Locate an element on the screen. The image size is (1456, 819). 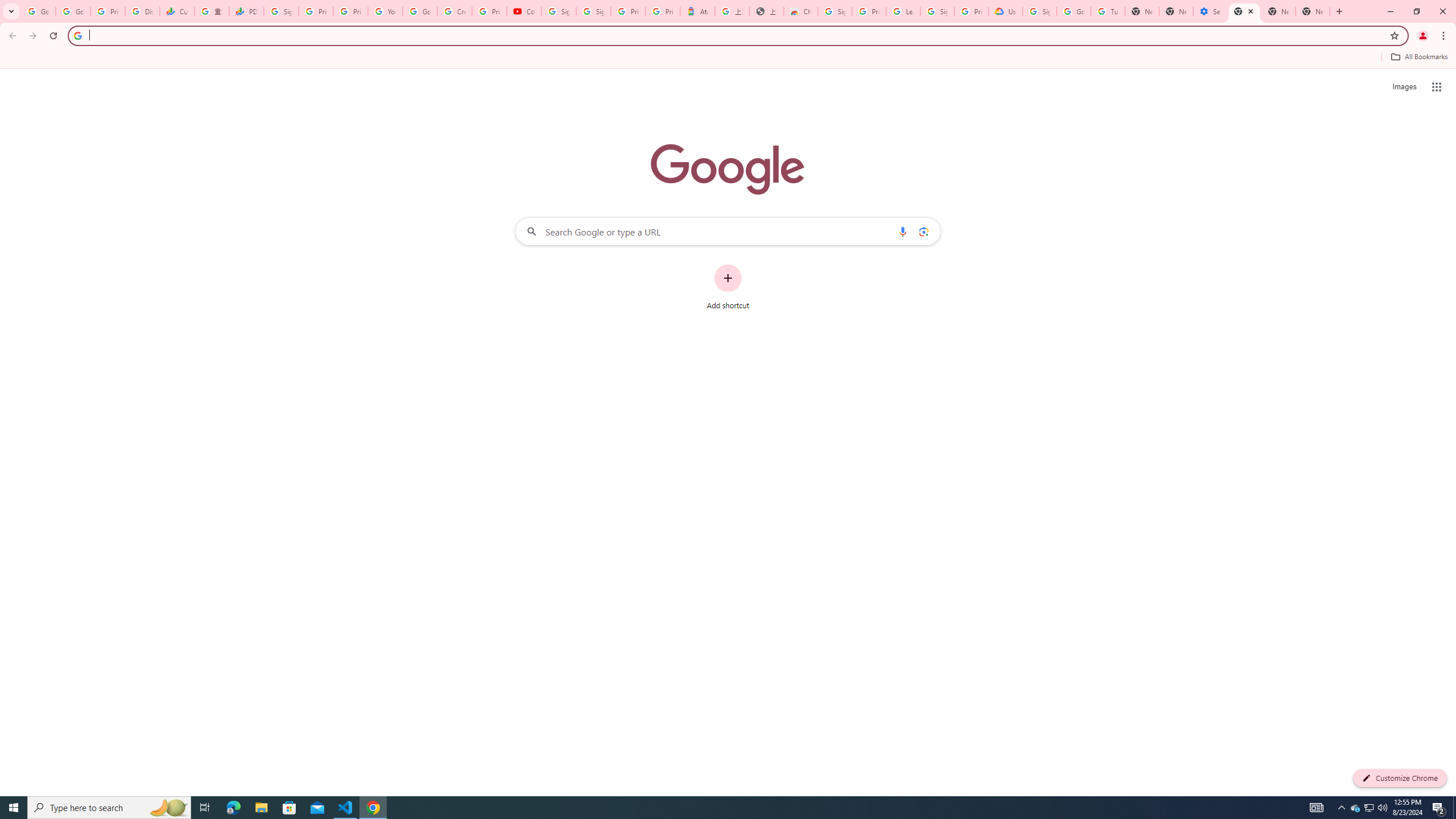
'Turn cookies on or off - Computer - Google Account Help' is located at coordinates (1108, 11).